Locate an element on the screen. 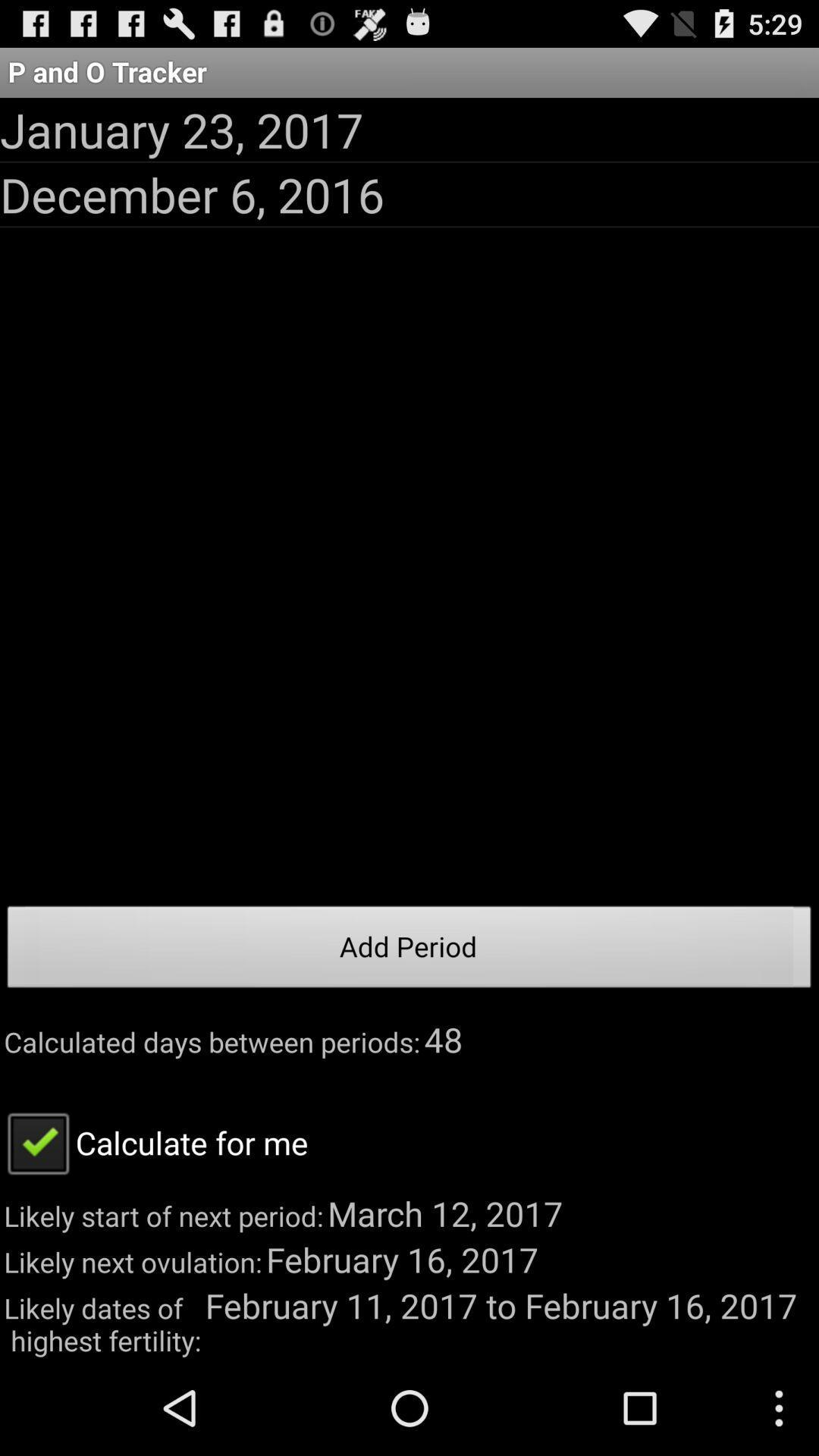  the item to the left of the march 12, 2017 item is located at coordinates (154, 1142).